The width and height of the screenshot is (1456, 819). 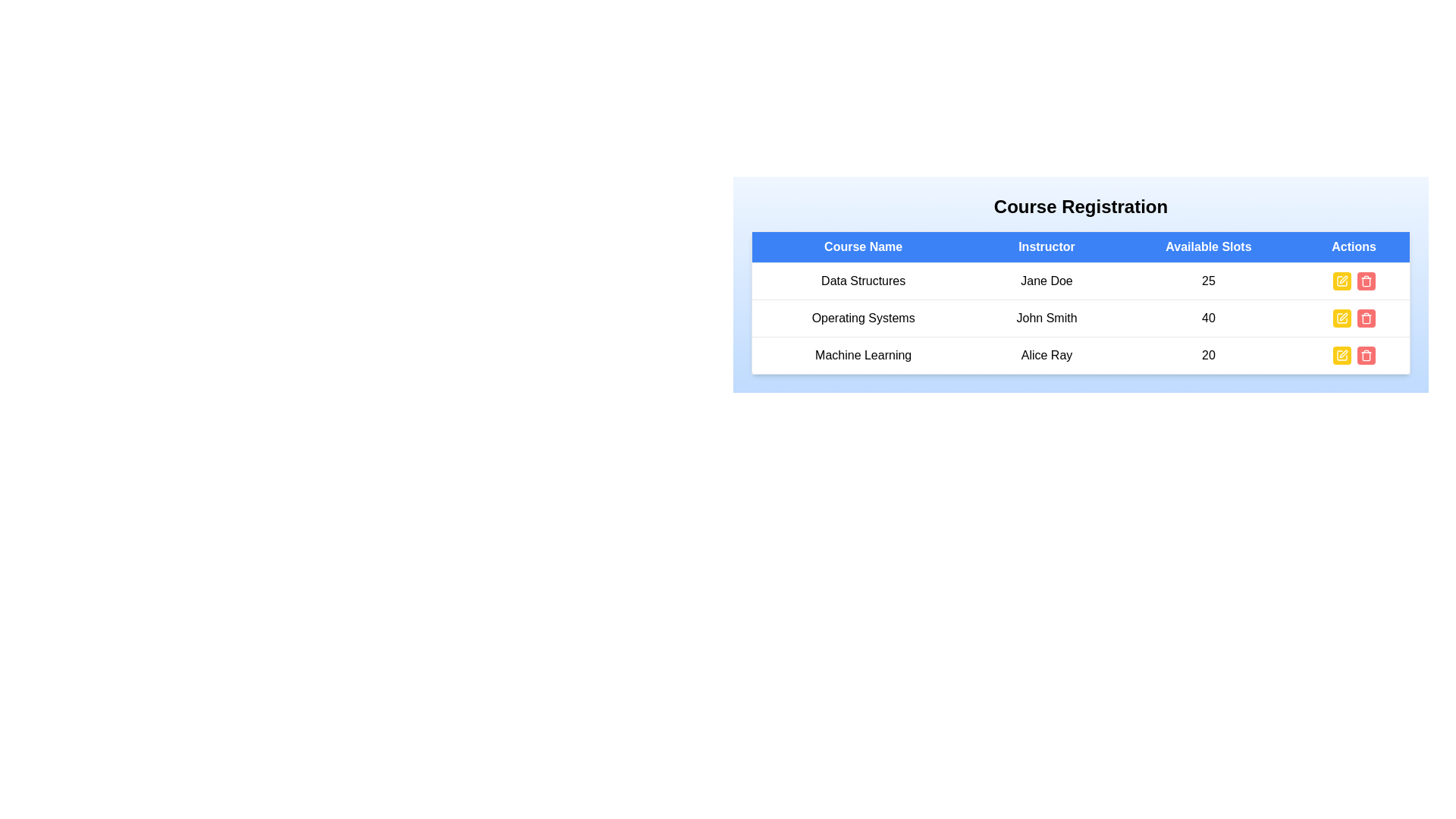 What do you see at coordinates (863, 246) in the screenshot?
I see `the header column 'Course Name' to sort the table by that column` at bounding box center [863, 246].